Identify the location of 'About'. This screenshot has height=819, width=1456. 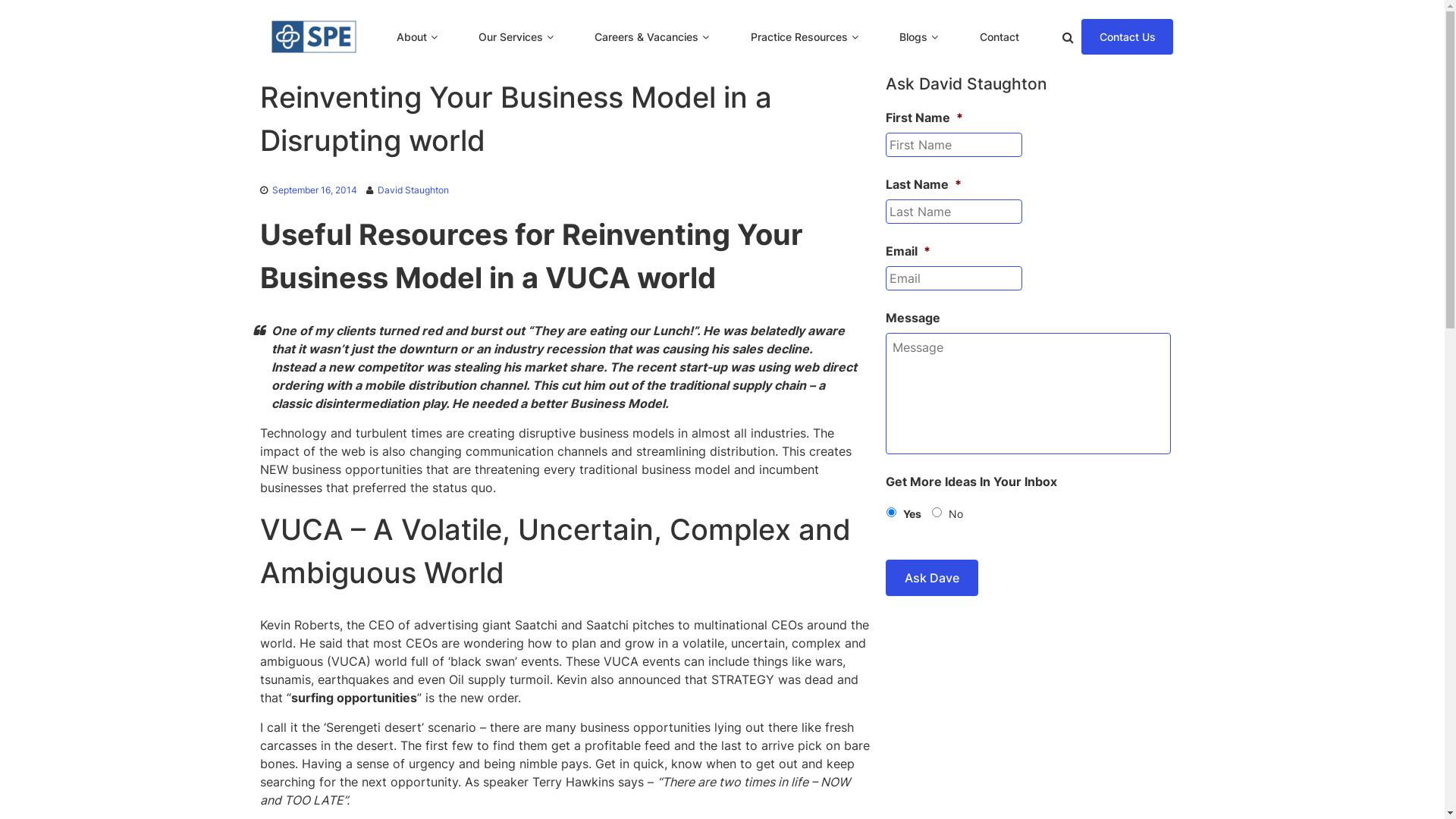
(411, 36).